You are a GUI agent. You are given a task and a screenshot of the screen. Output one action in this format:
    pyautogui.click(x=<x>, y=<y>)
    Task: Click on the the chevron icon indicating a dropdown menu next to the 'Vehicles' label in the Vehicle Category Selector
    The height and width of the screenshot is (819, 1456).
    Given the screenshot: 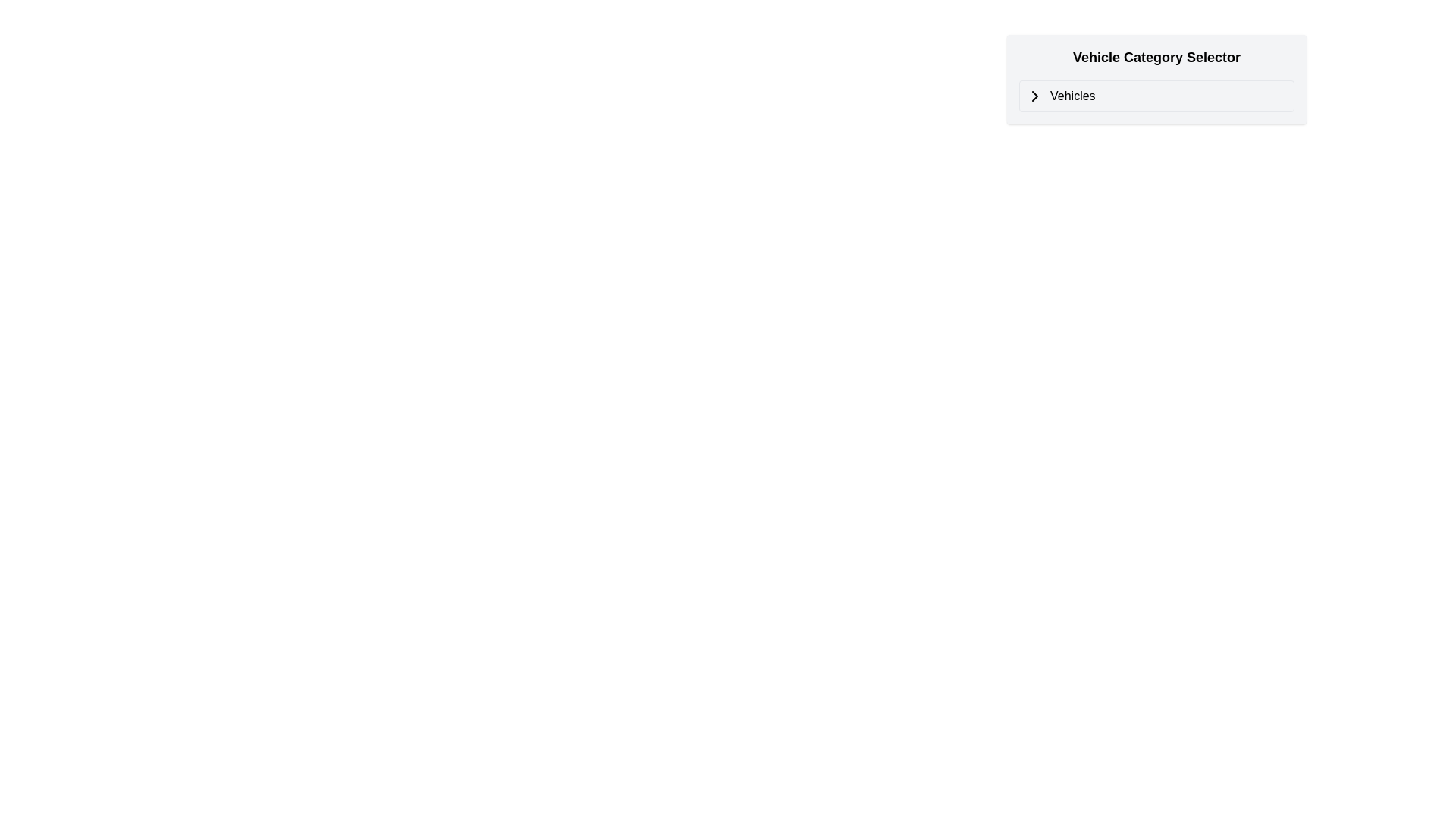 What is the action you would take?
    pyautogui.click(x=1034, y=96)
    